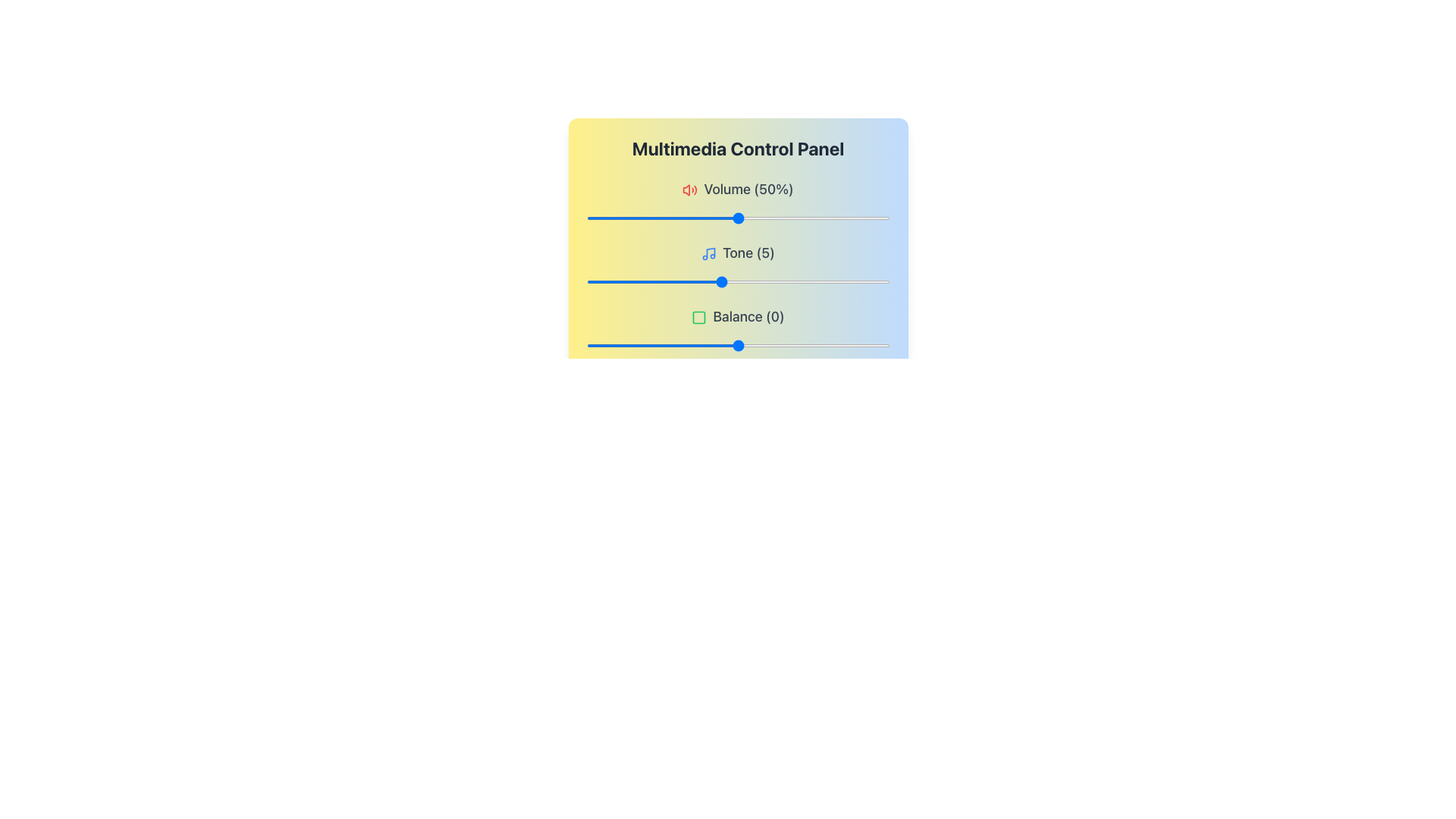  I want to click on the balance, so click(607, 345).